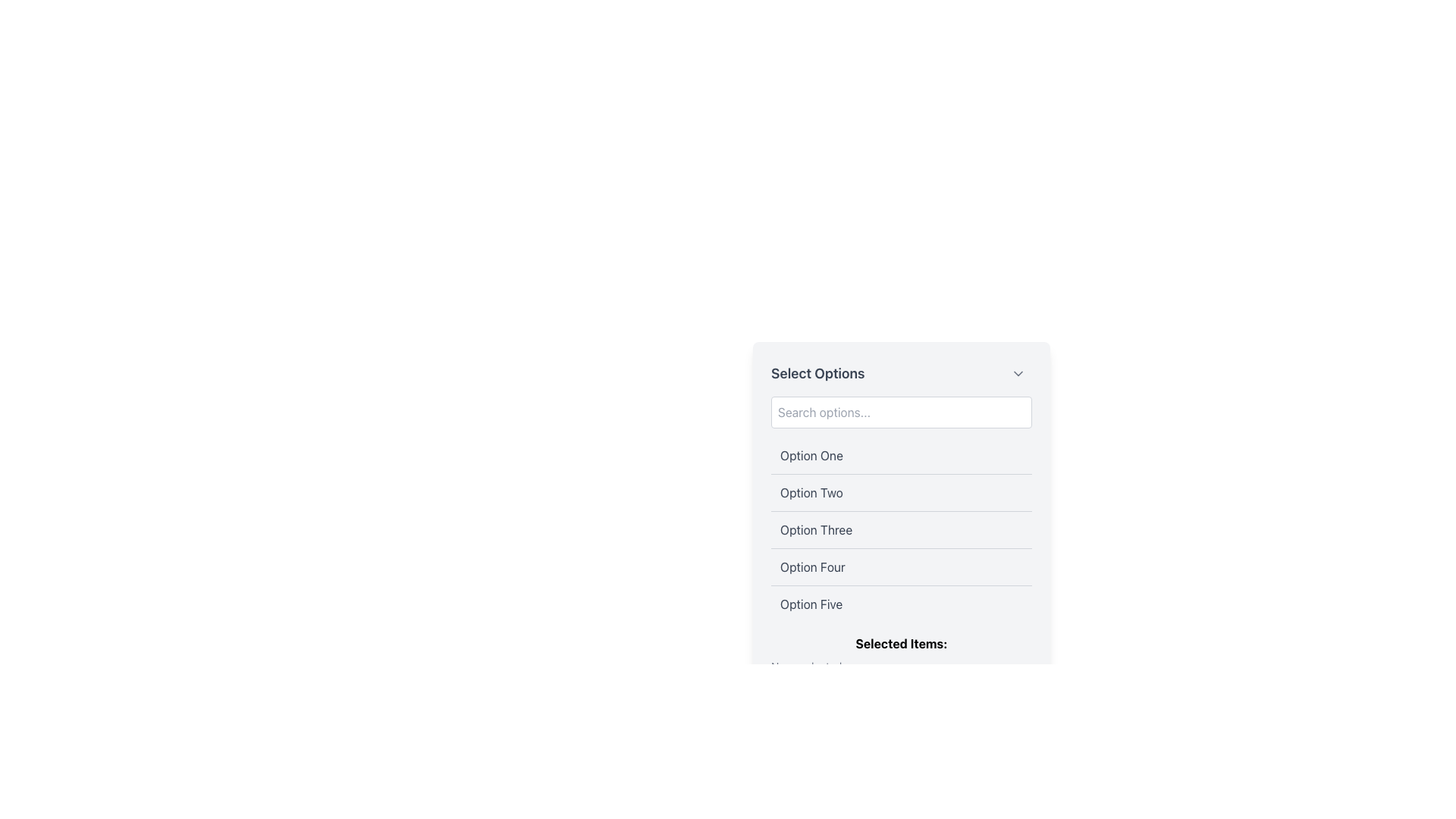  Describe the element at coordinates (902, 455) in the screenshot. I see `to select 'Option One' from the dropdown list located directly beneath the search box labeled 'Search options...'` at that location.